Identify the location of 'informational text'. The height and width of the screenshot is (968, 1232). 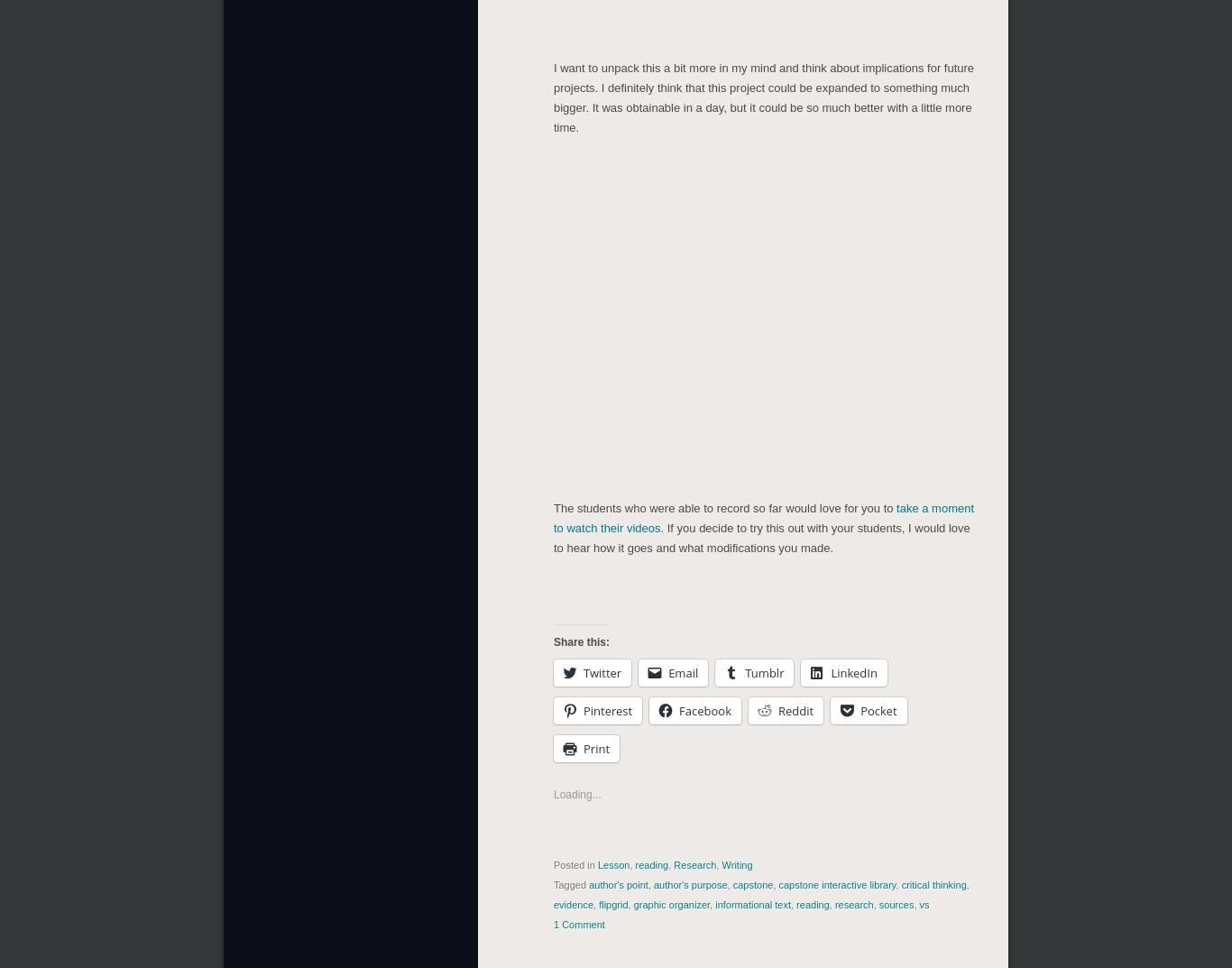
(751, 902).